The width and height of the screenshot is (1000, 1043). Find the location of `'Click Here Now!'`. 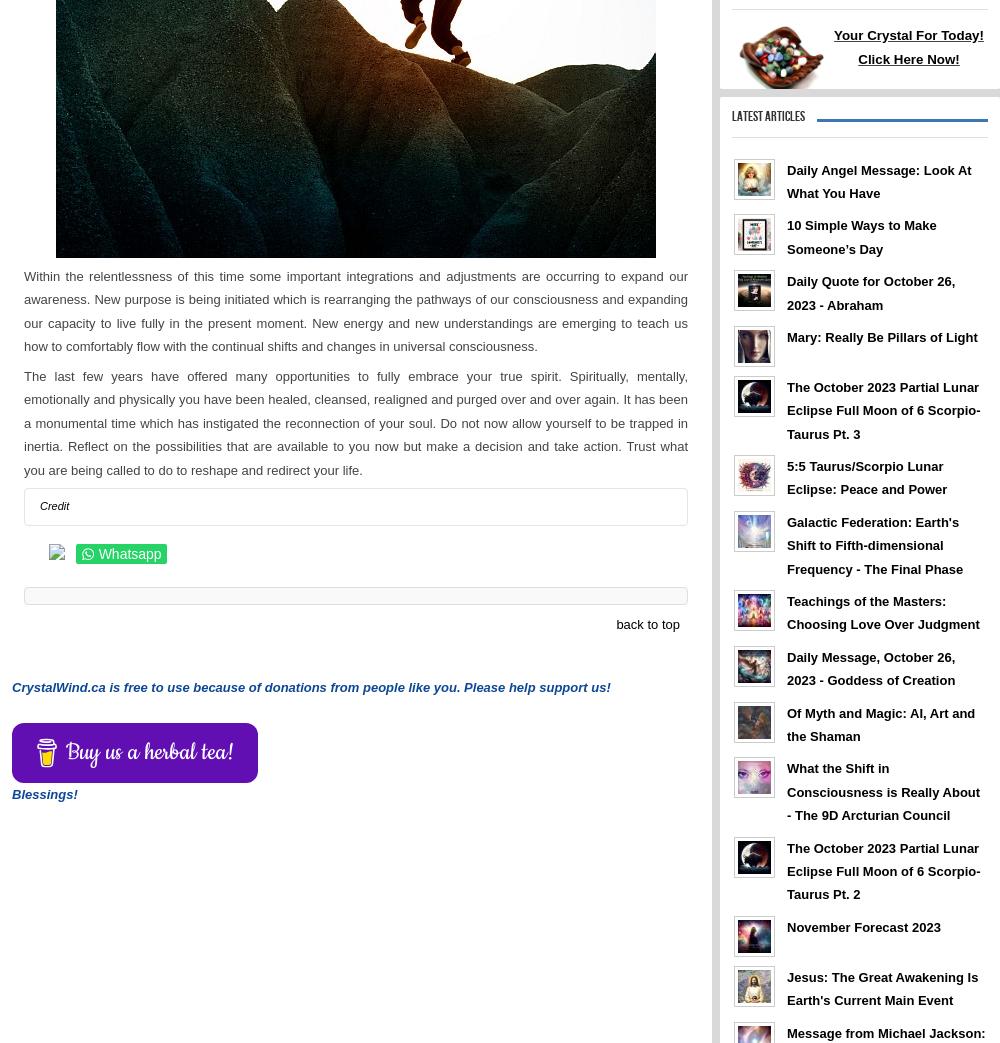

'Click Here Now!' is located at coordinates (908, 57).